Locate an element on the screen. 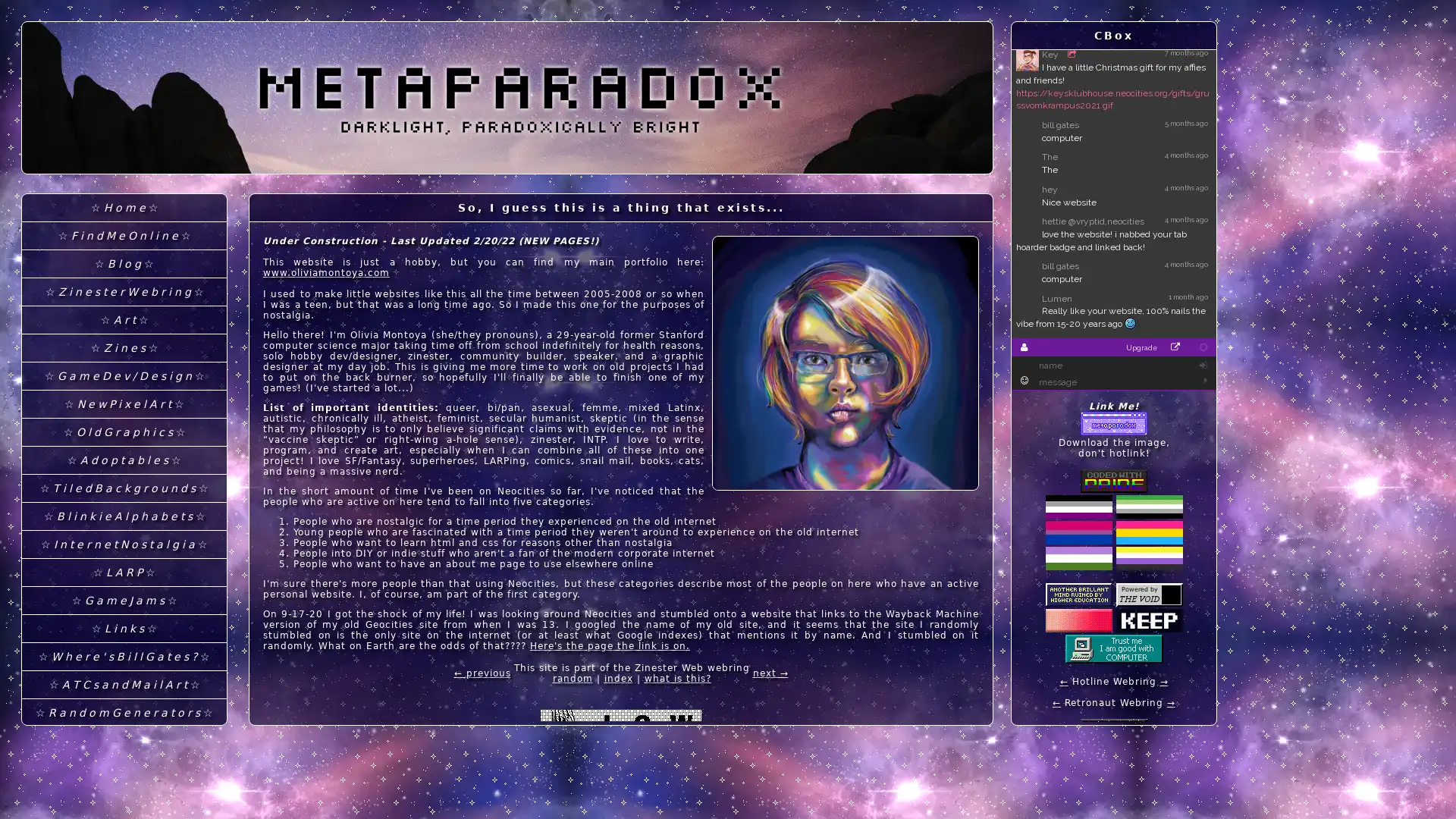 This screenshot has height=819, width=1456. A w a r d s W o n is located at coordinates (124, 796).